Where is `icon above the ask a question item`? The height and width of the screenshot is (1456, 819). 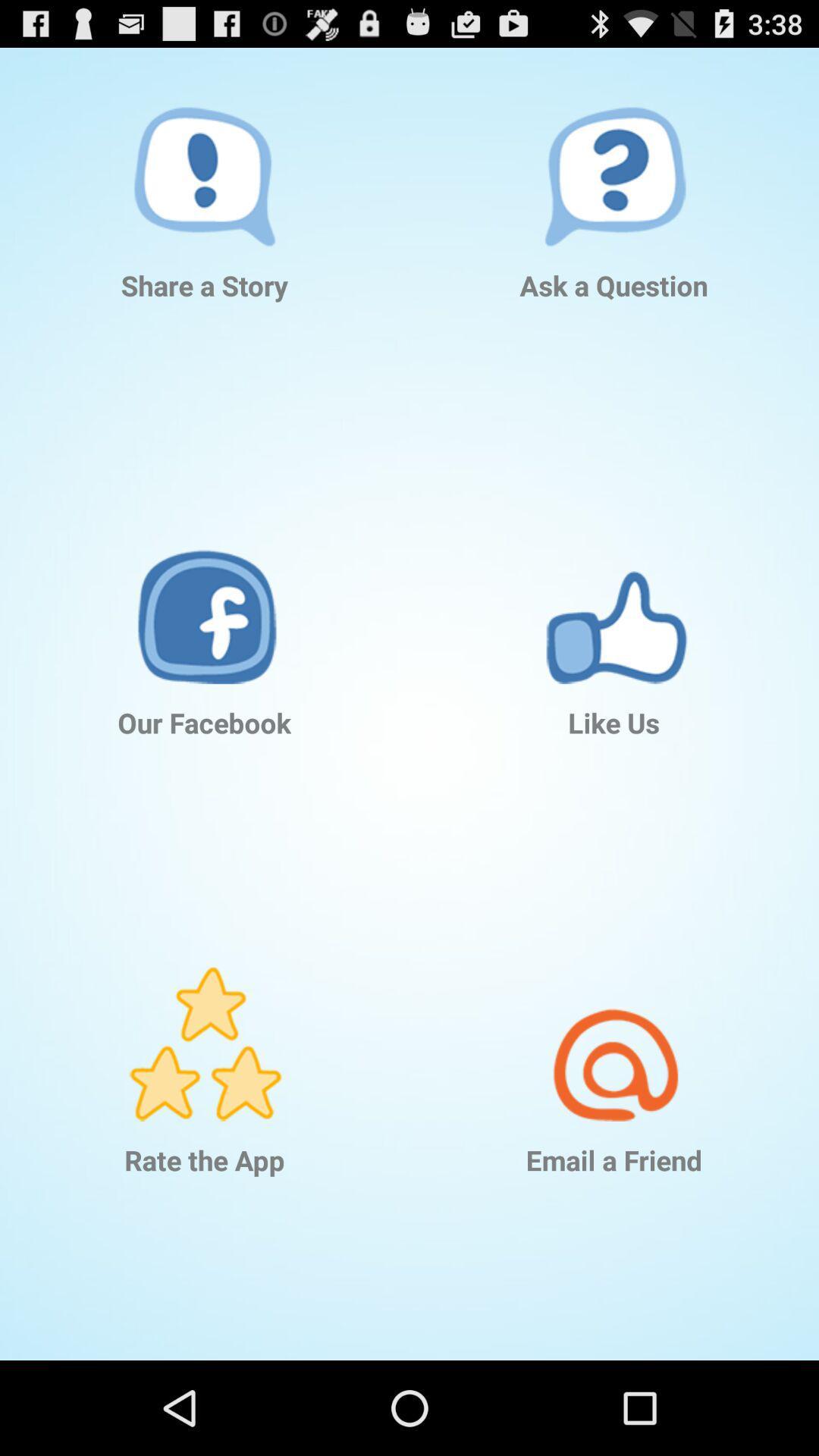
icon above the ask a question item is located at coordinates (614, 147).